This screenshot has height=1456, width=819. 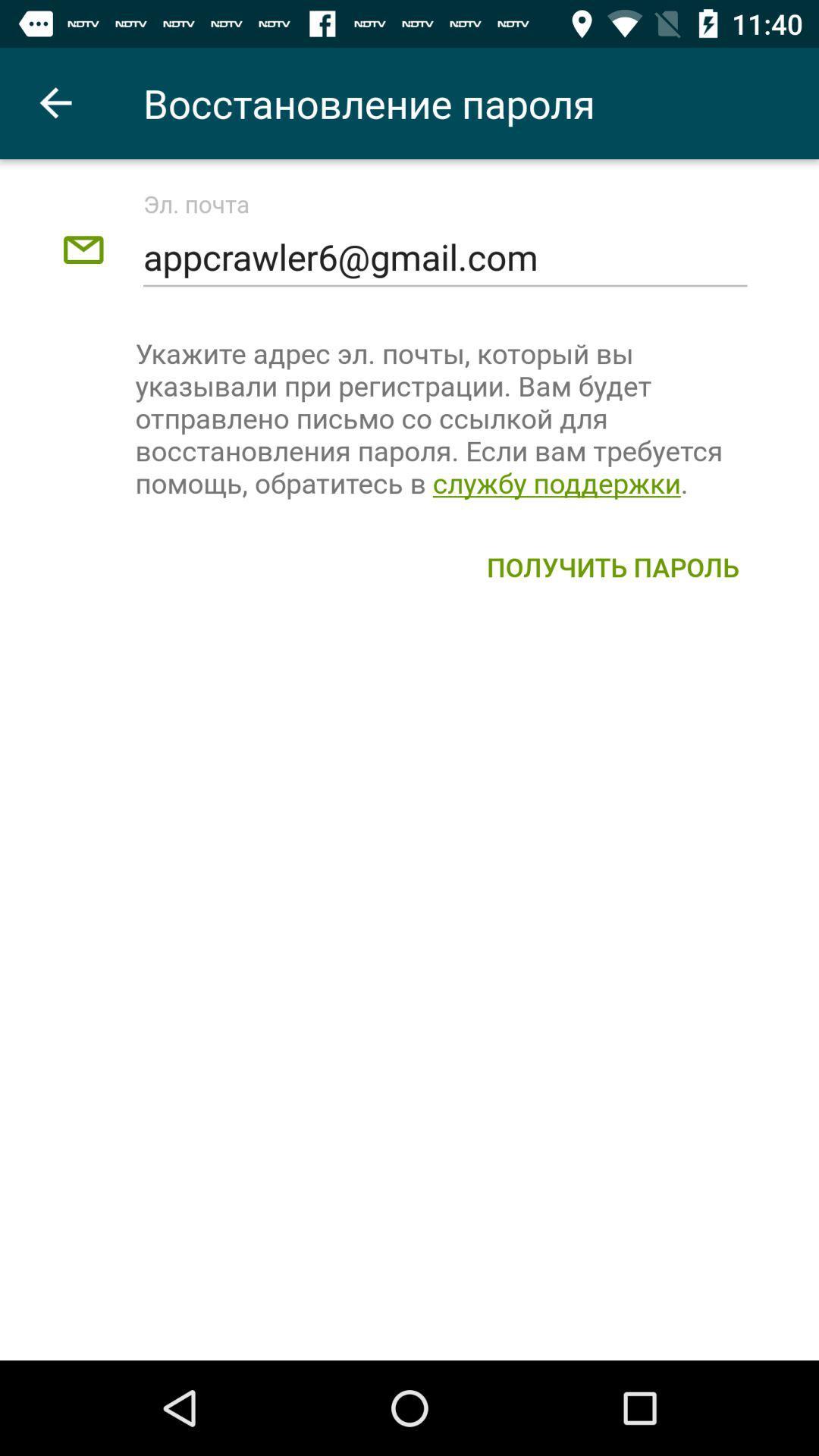 What do you see at coordinates (612, 566) in the screenshot?
I see `item on the right` at bounding box center [612, 566].